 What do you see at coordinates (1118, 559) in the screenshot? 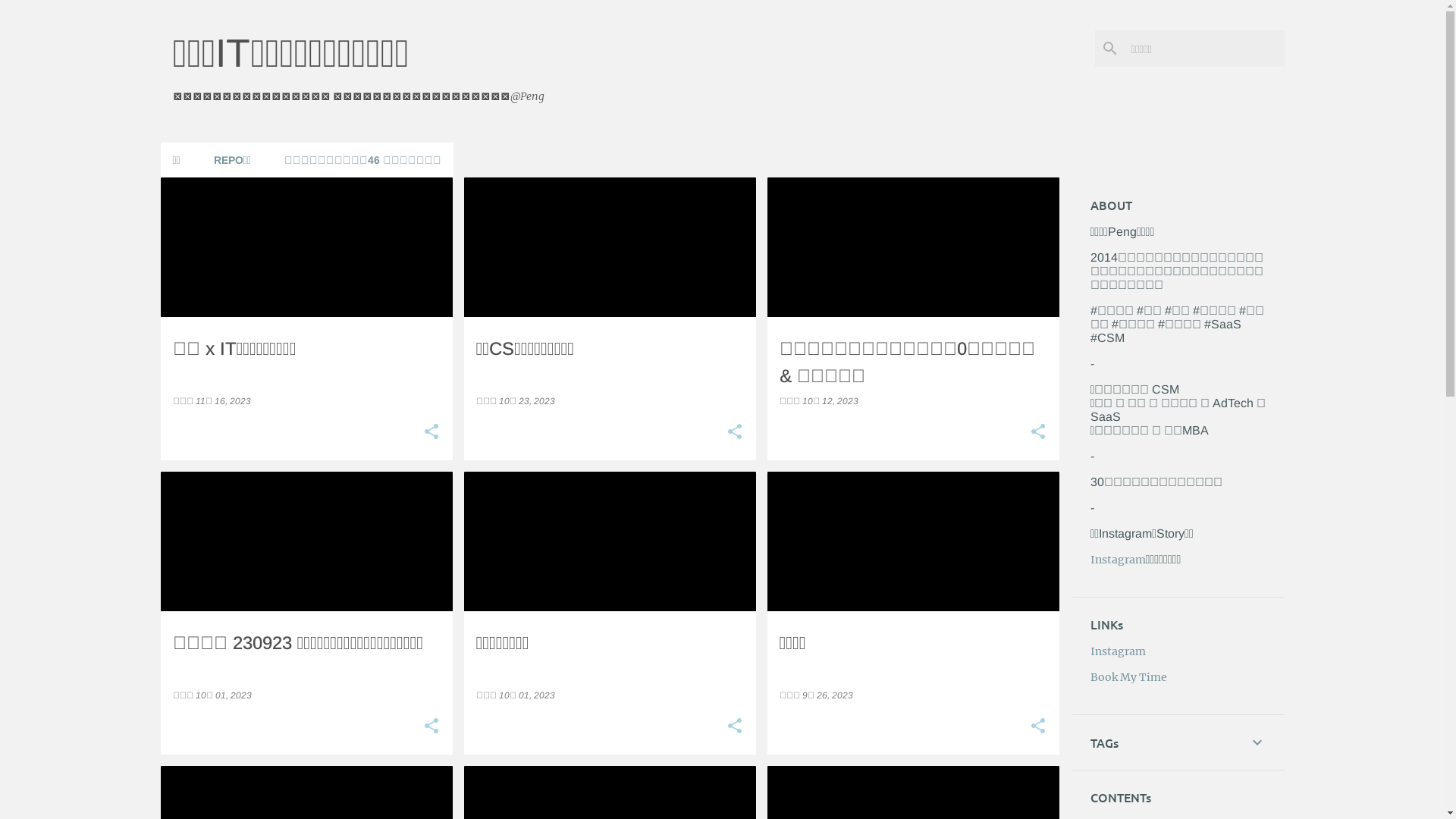
I see `'Instagram'` at bounding box center [1118, 559].